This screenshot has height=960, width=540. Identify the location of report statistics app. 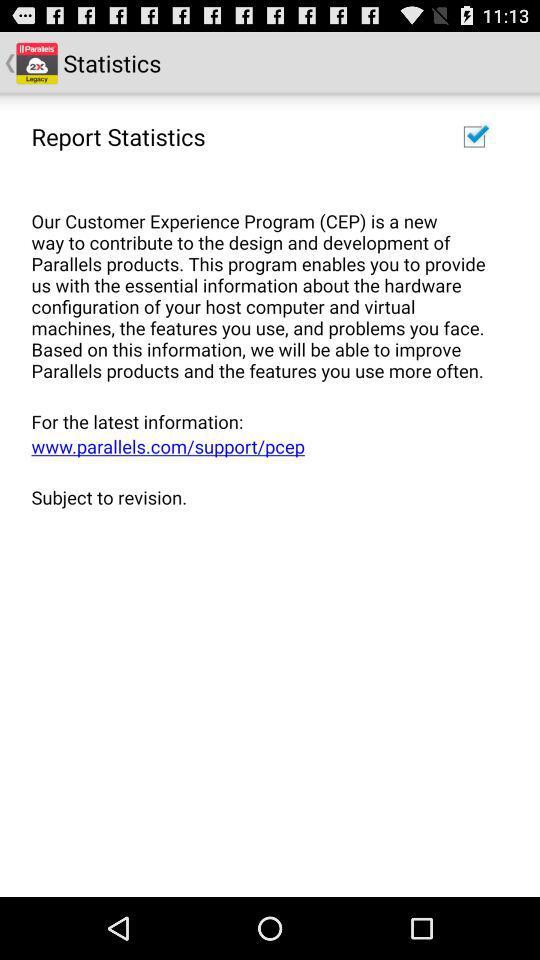
(118, 135).